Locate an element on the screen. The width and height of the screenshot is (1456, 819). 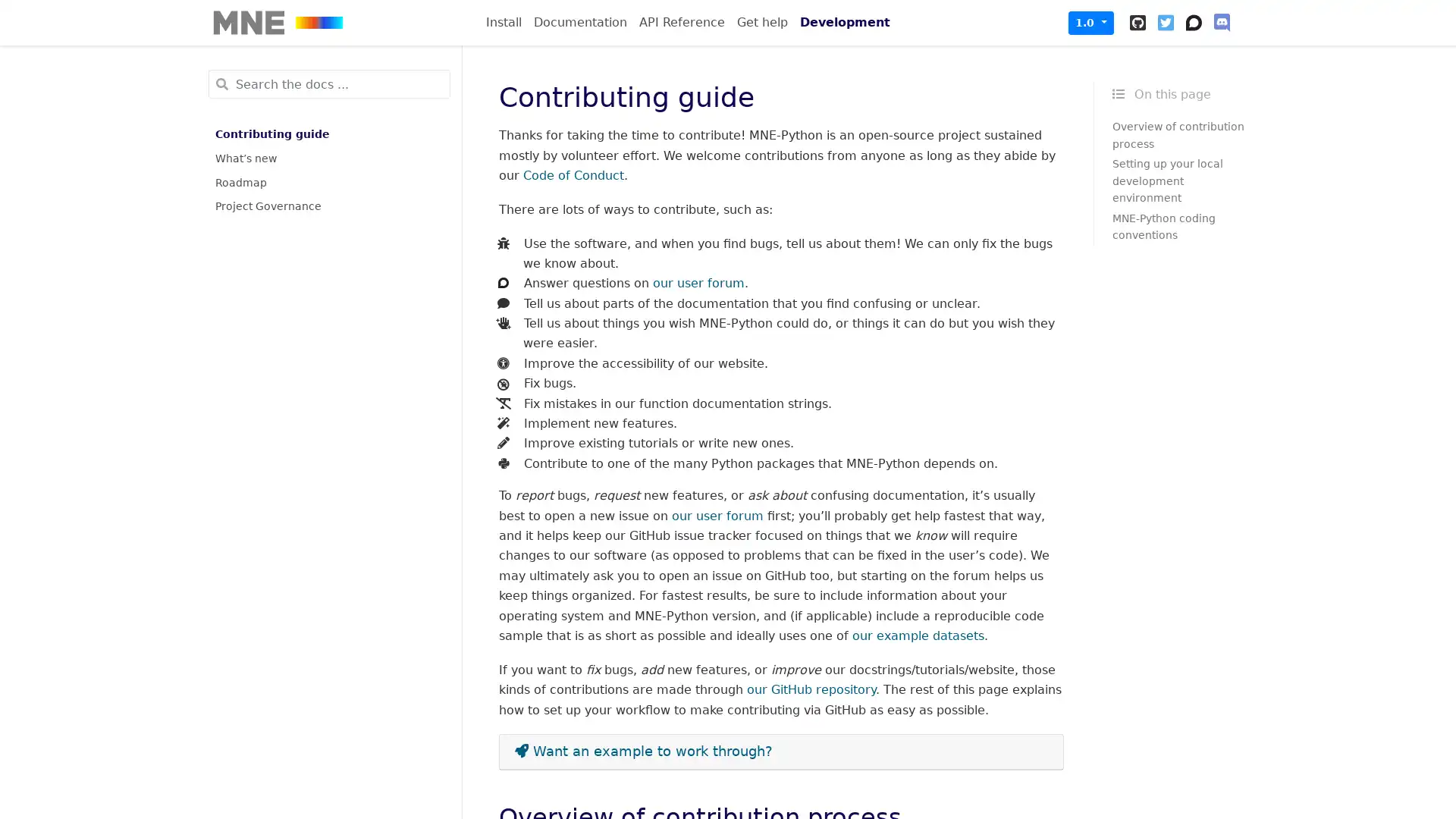
1.0 is located at coordinates (1090, 22).